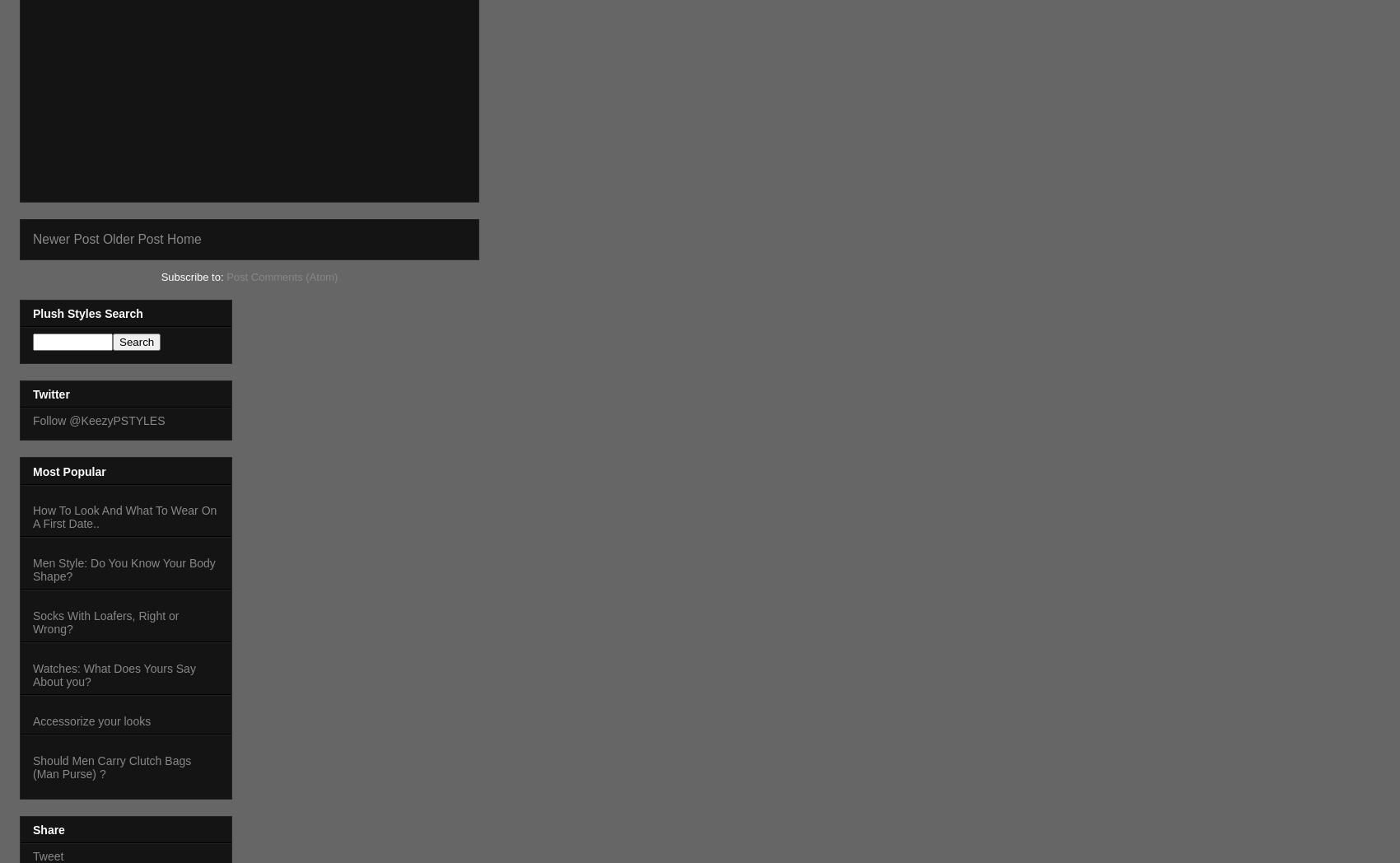 This screenshot has height=863, width=1400. What do you see at coordinates (123, 569) in the screenshot?
I see `'Men Style: Do You Know Your Body Shape?'` at bounding box center [123, 569].